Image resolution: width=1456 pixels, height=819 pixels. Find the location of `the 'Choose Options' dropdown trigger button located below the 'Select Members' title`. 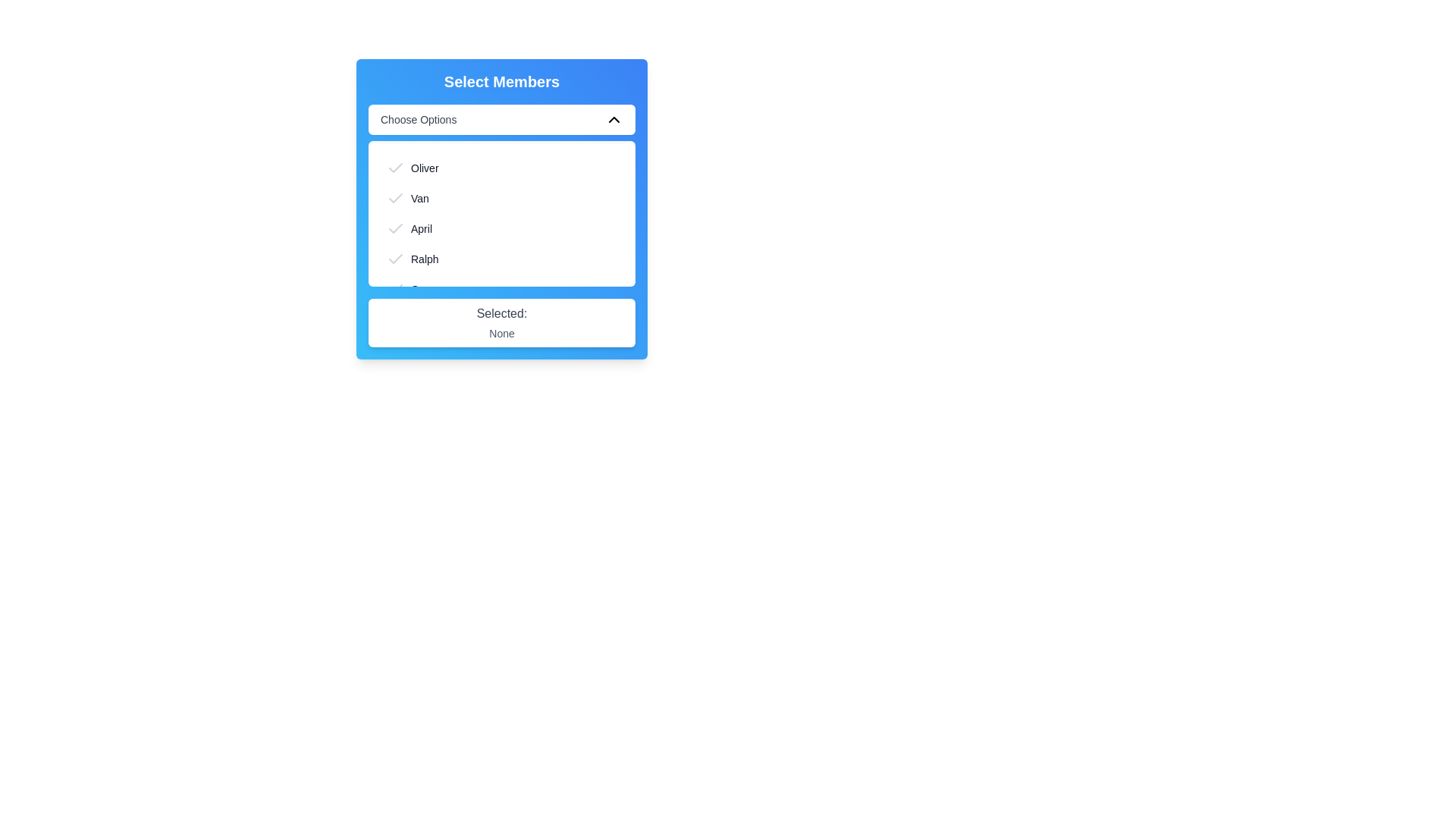

the 'Choose Options' dropdown trigger button located below the 'Select Members' title is located at coordinates (502, 119).